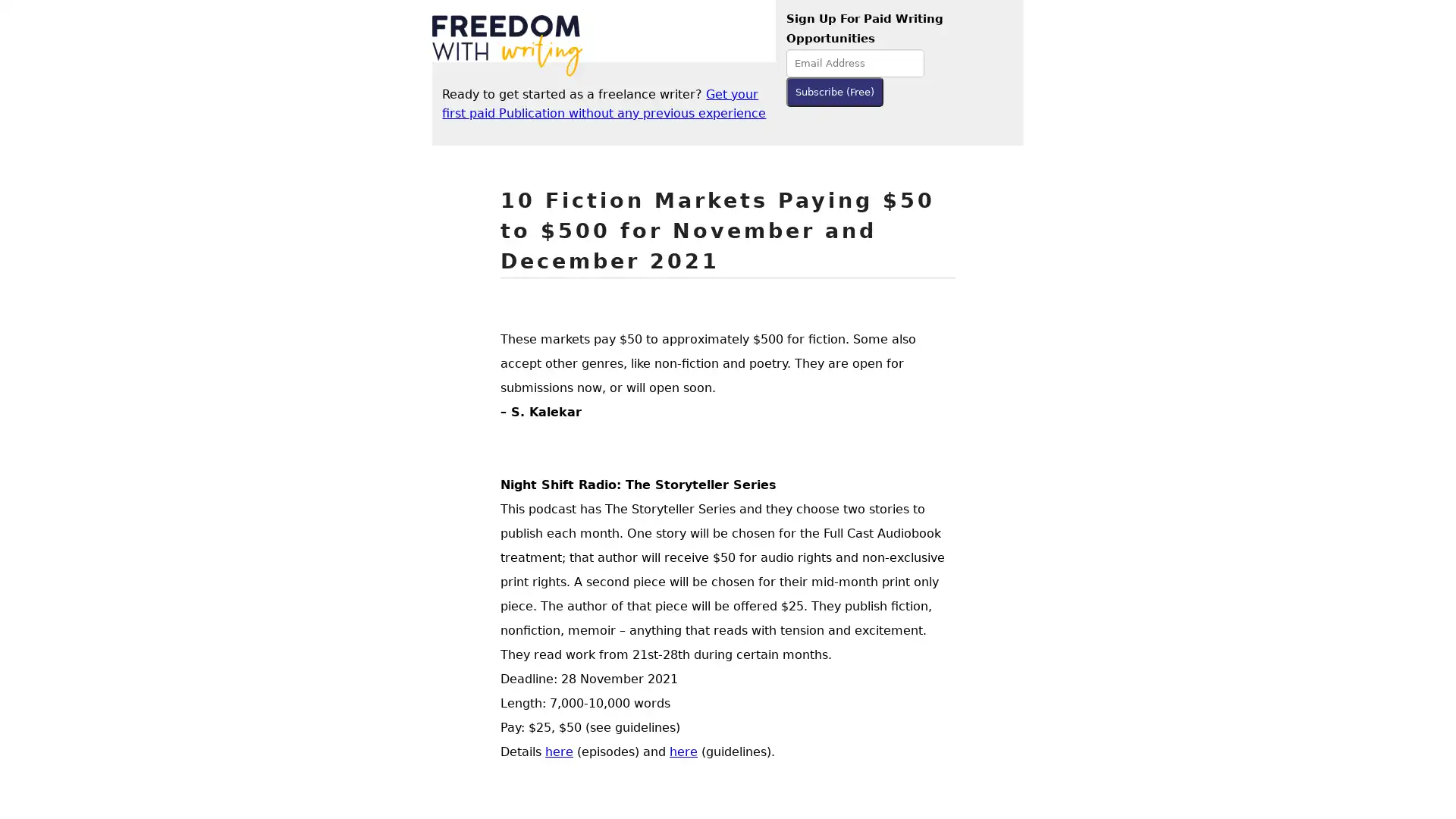 The width and height of the screenshot is (1456, 819). I want to click on Subscribe (Free), so click(833, 91).